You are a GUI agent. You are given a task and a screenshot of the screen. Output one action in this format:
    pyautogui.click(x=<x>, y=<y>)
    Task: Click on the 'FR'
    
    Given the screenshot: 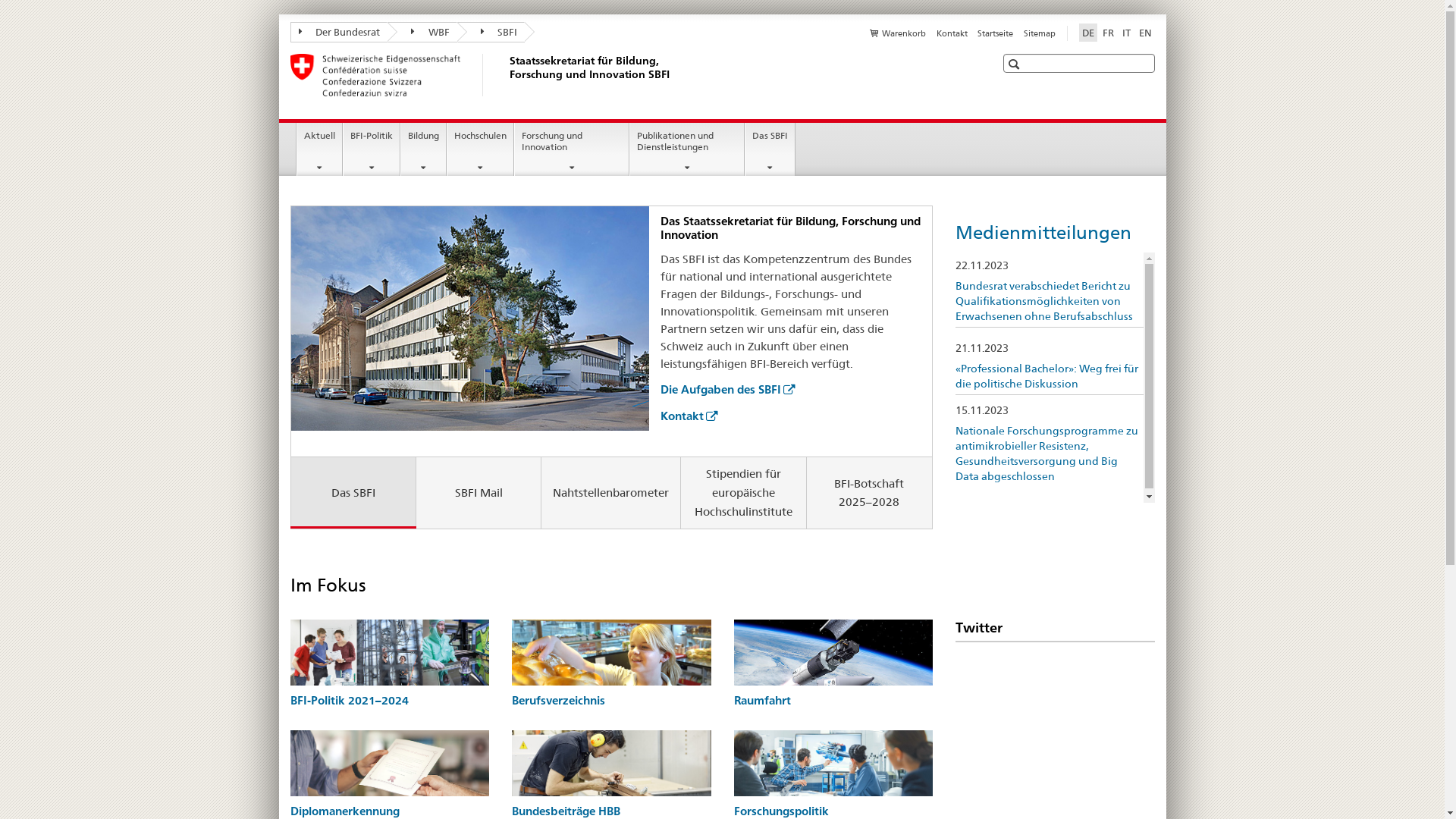 What is the action you would take?
    pyautogui.click(x=1108, y=32)
    